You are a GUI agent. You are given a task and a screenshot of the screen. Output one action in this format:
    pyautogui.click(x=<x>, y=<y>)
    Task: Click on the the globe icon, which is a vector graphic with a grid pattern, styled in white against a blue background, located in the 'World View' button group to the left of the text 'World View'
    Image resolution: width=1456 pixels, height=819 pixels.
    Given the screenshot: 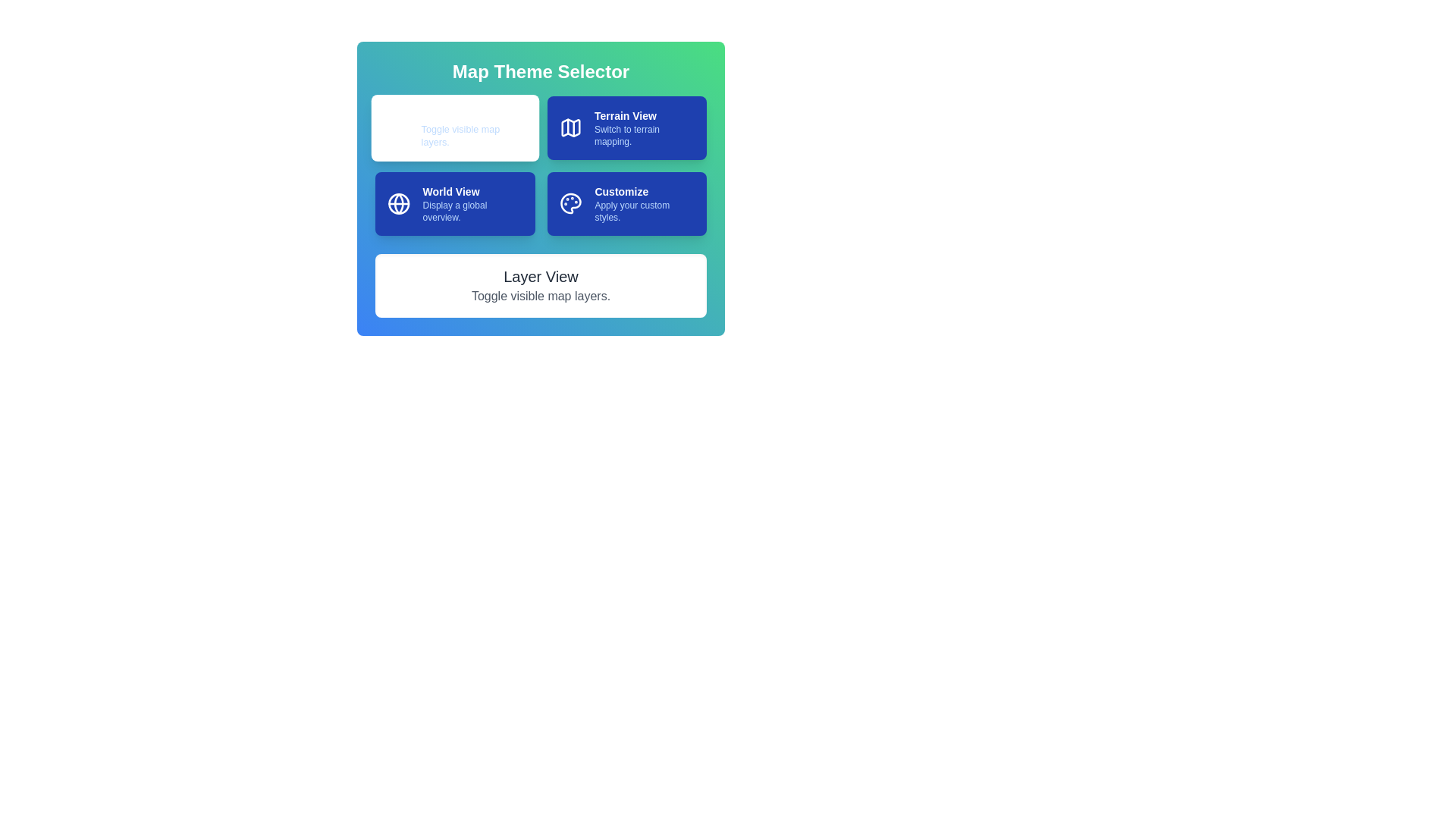 What is the action you would take?
    pyautogui.click(x=399, y=203)
    